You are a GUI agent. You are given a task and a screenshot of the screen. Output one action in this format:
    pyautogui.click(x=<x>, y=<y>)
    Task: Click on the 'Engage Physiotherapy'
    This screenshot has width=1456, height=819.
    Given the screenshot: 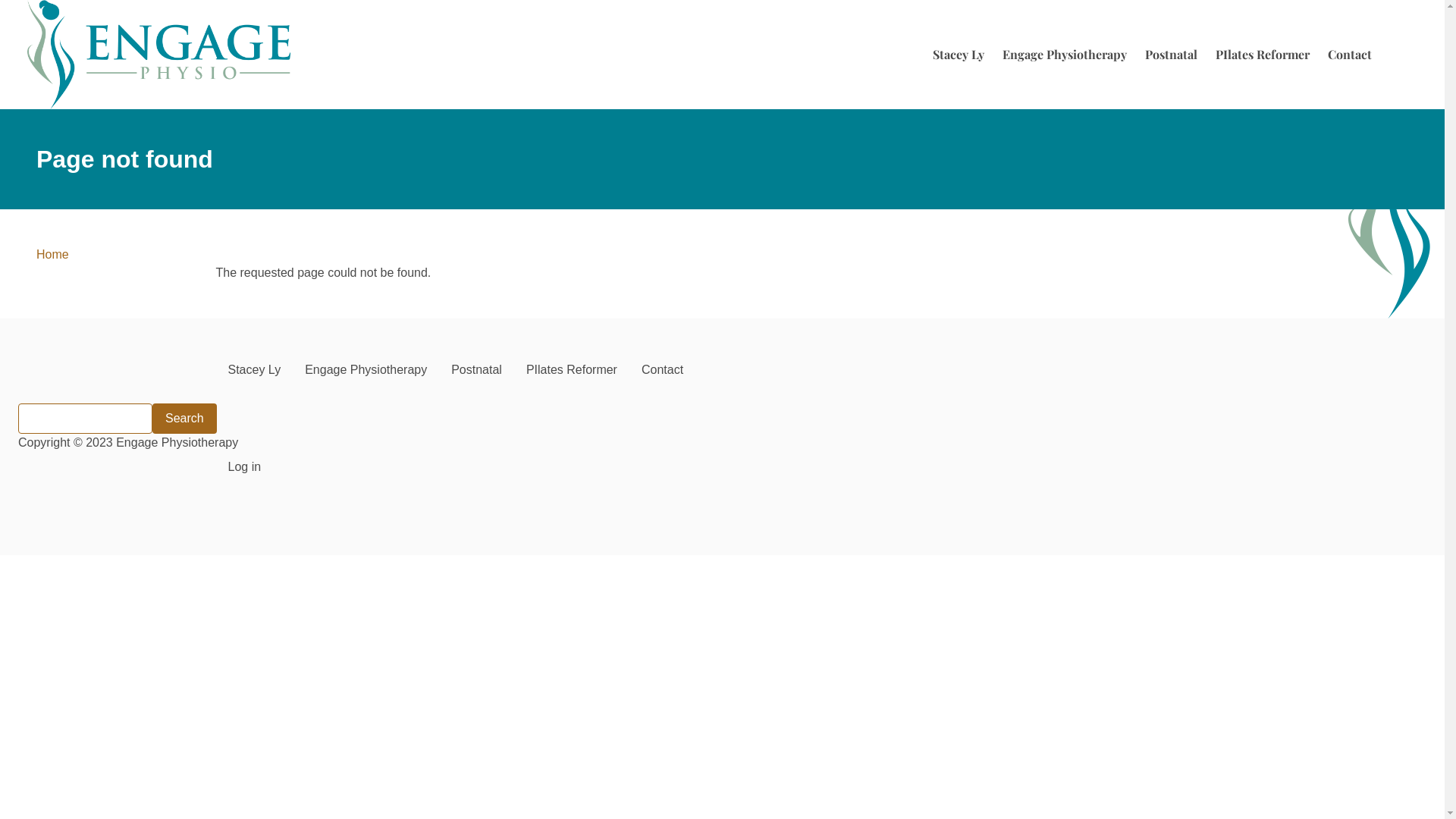 What is the action you would take?
    pyautogui.click(x=366, y=370)
    